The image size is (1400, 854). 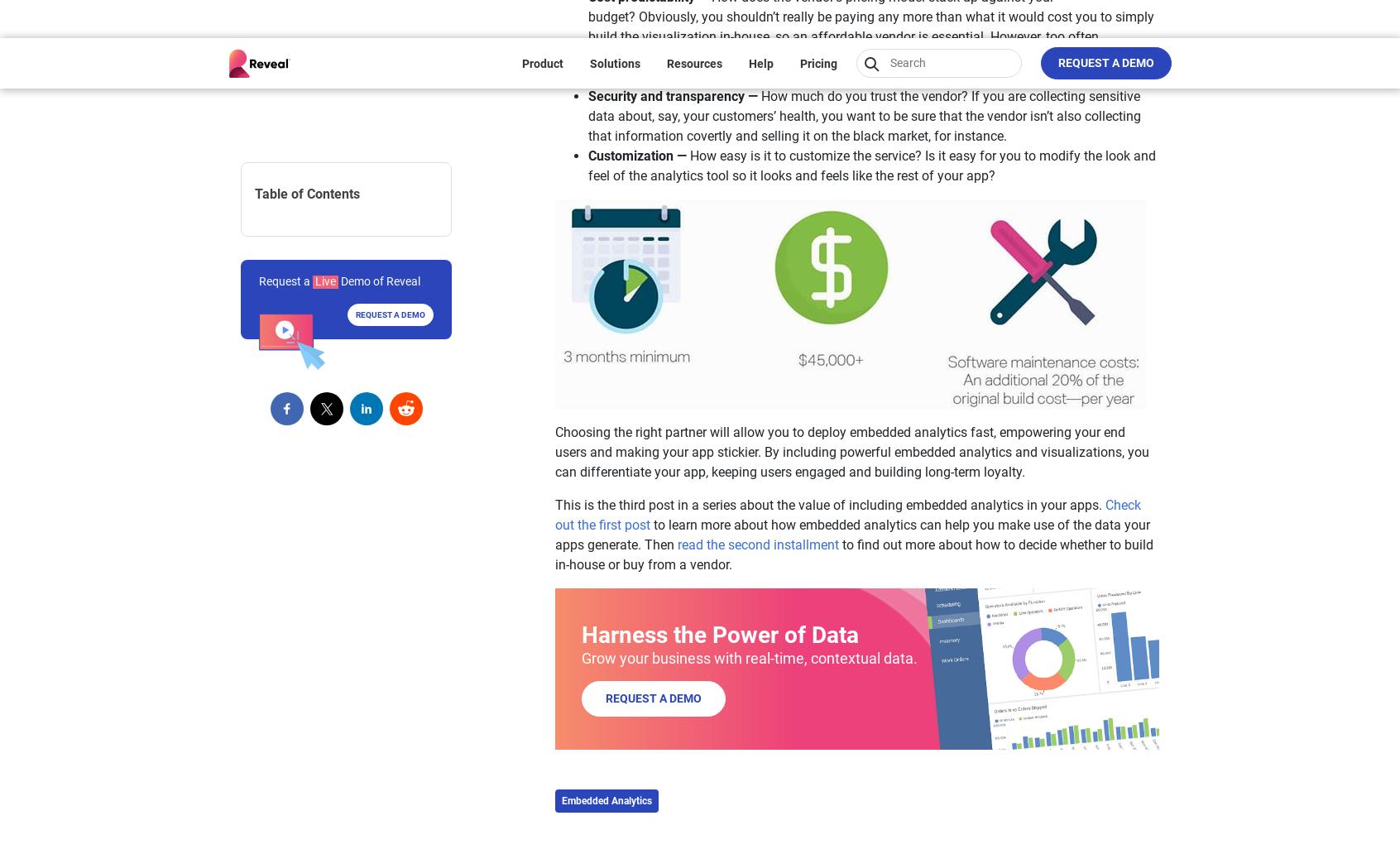 I want to click on 'Subscribe now for hand-picked articles, eBooks, and events, straight to your inbox. Your email is safe with us, we don't spam.', so click(x=880, y=393).